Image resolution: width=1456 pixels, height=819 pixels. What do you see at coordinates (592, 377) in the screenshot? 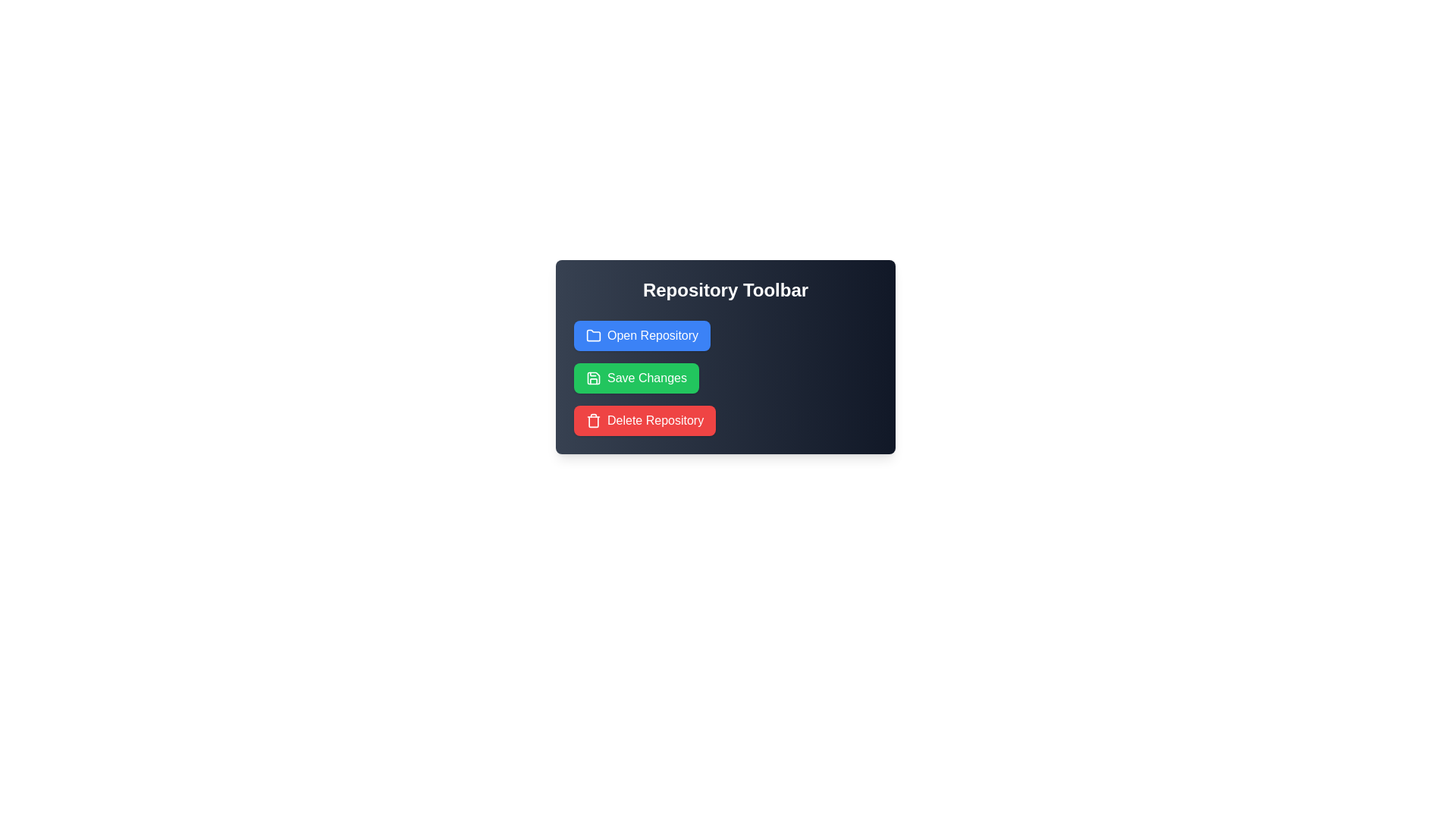
I see `the save icon within the green 'Save Changes' button, located centrally in the vertical stack of buttons, positioned below the 'Open Repository' button and above the 'Delete Repository' button` at bounding box center [592, 377].